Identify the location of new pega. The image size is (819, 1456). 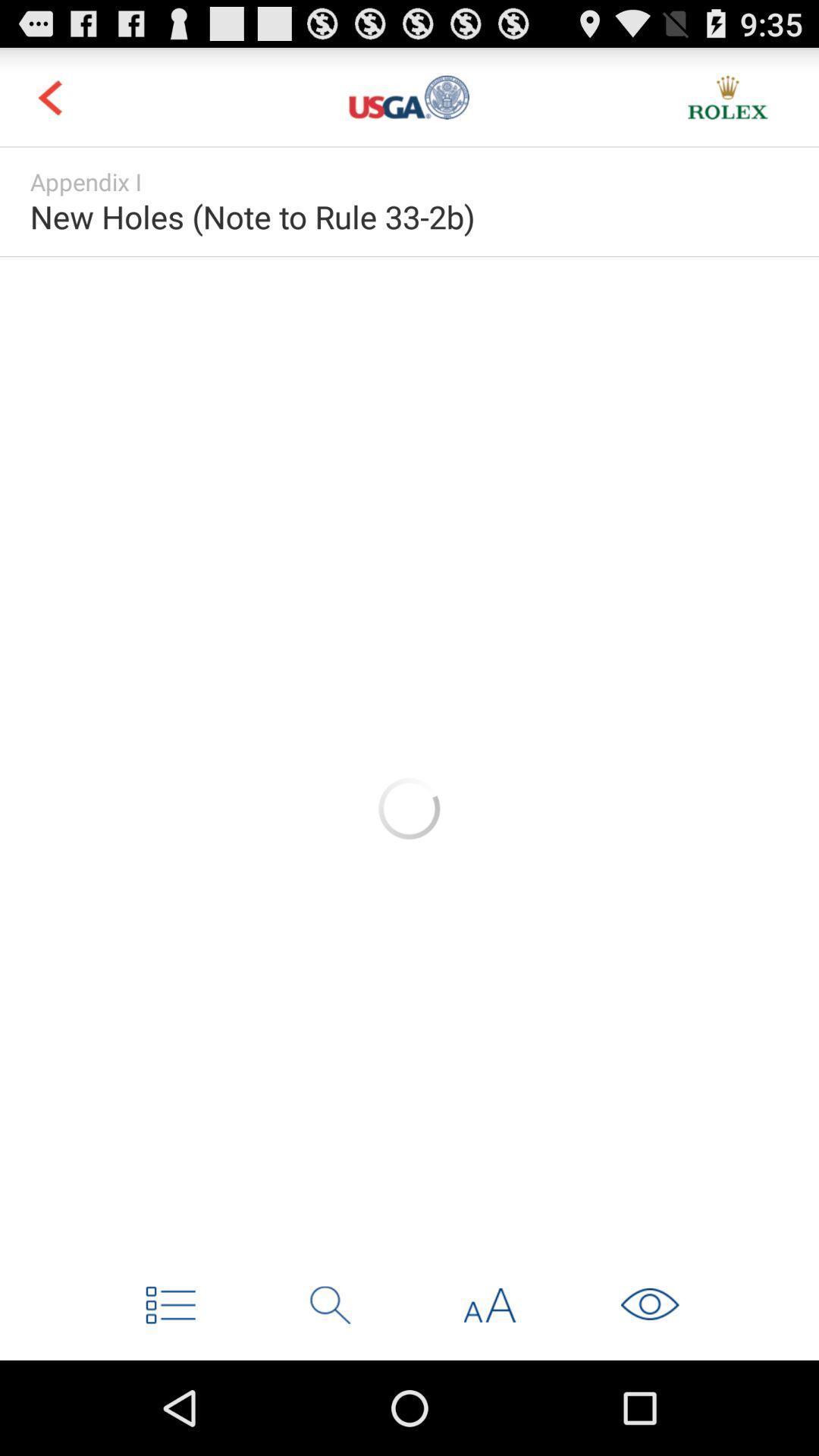
(727, 96).